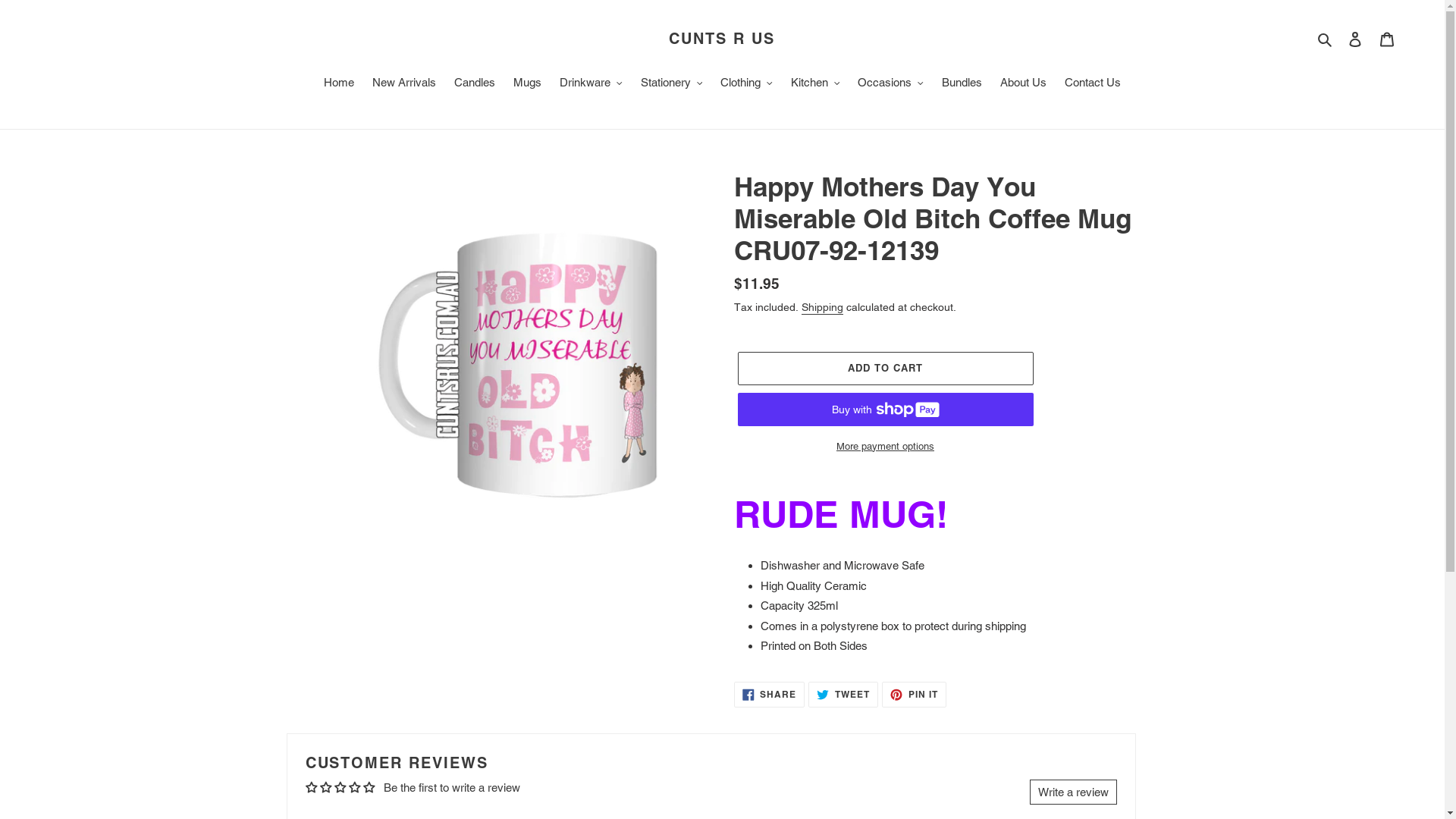  What do you see at coordinates (337, 84) in the screenshot?
I see `'Home'` at bounding box center [337, 84].